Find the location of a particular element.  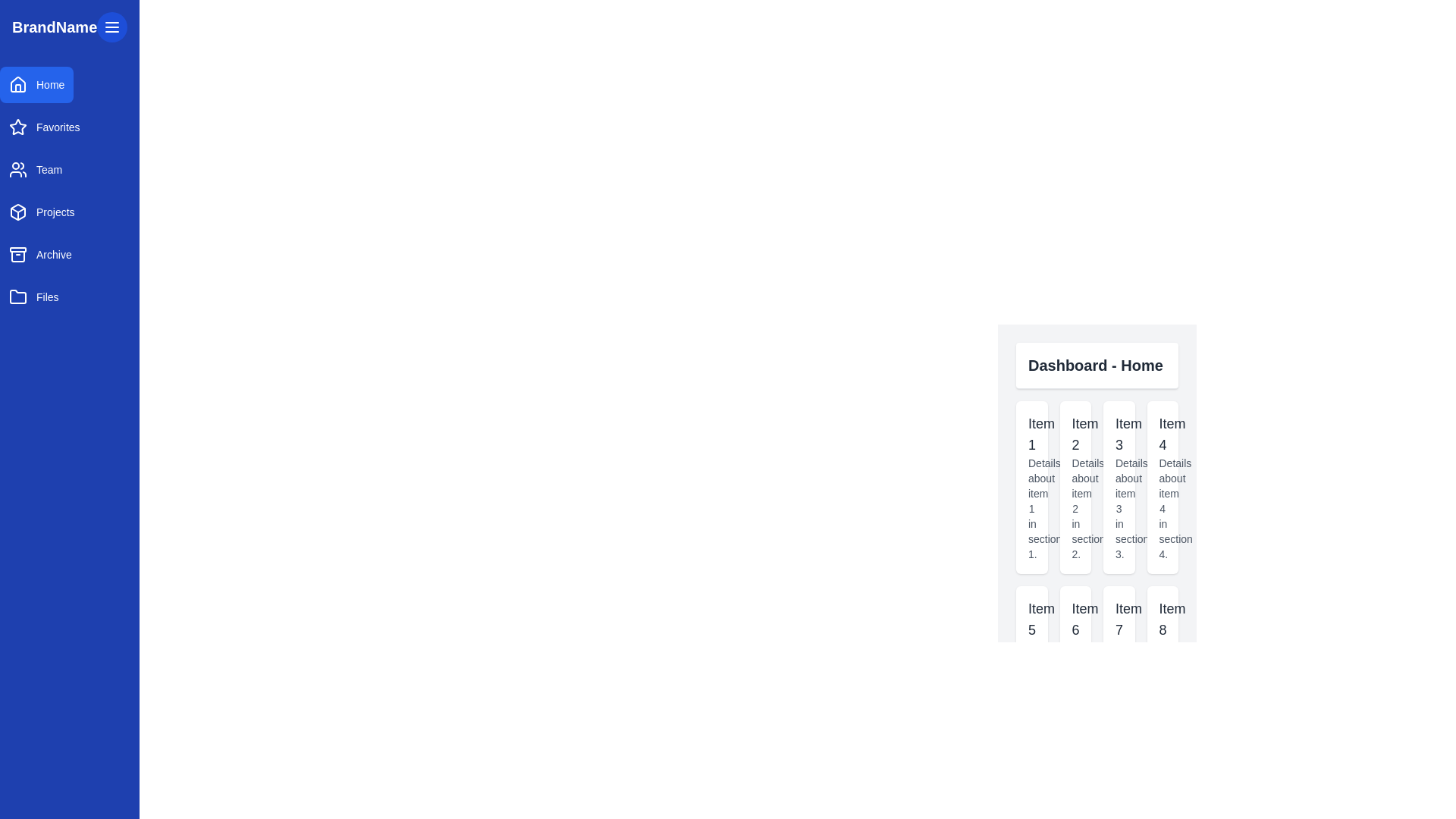

the 'Projects' icon in the vertical sidebar menu, which is positioned below the 'Team' section and above the 'Archive' section is located at coordinates (18, 212).